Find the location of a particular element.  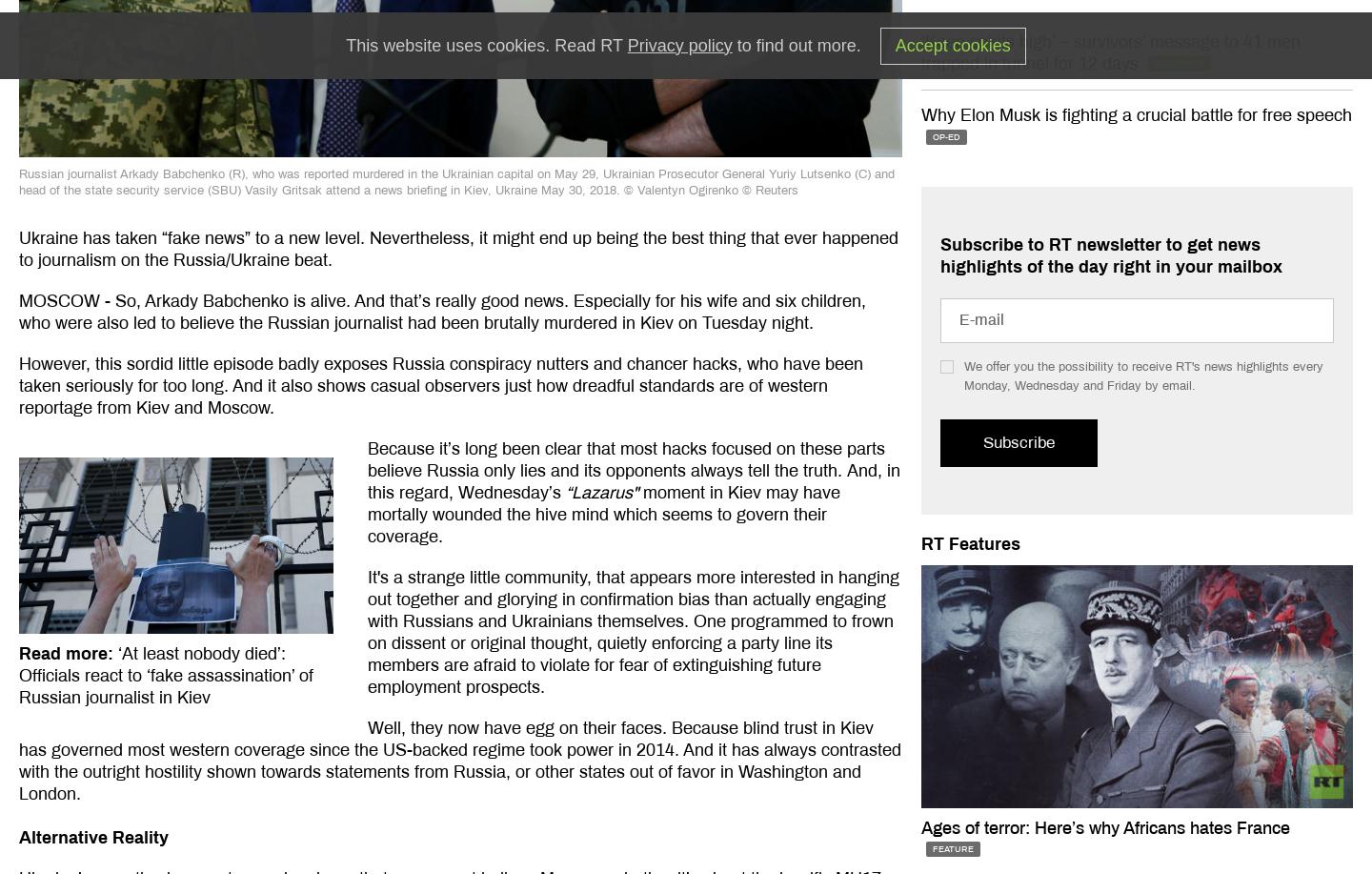

'Subscribe' is located at coordinates (1018, 441).